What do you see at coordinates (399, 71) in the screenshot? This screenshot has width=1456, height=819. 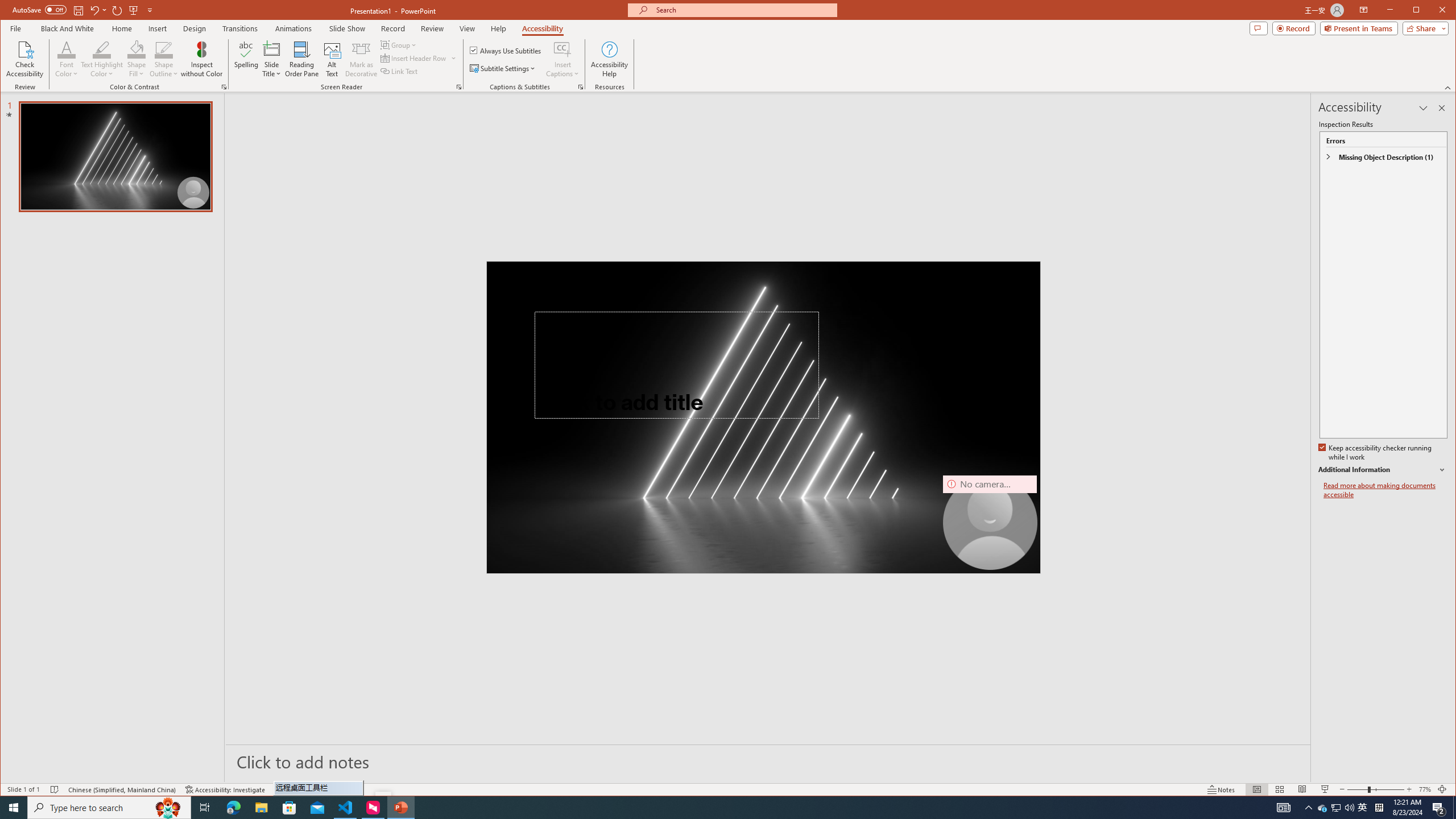 I see `'Link Text'` at bounding box center [399, 71].